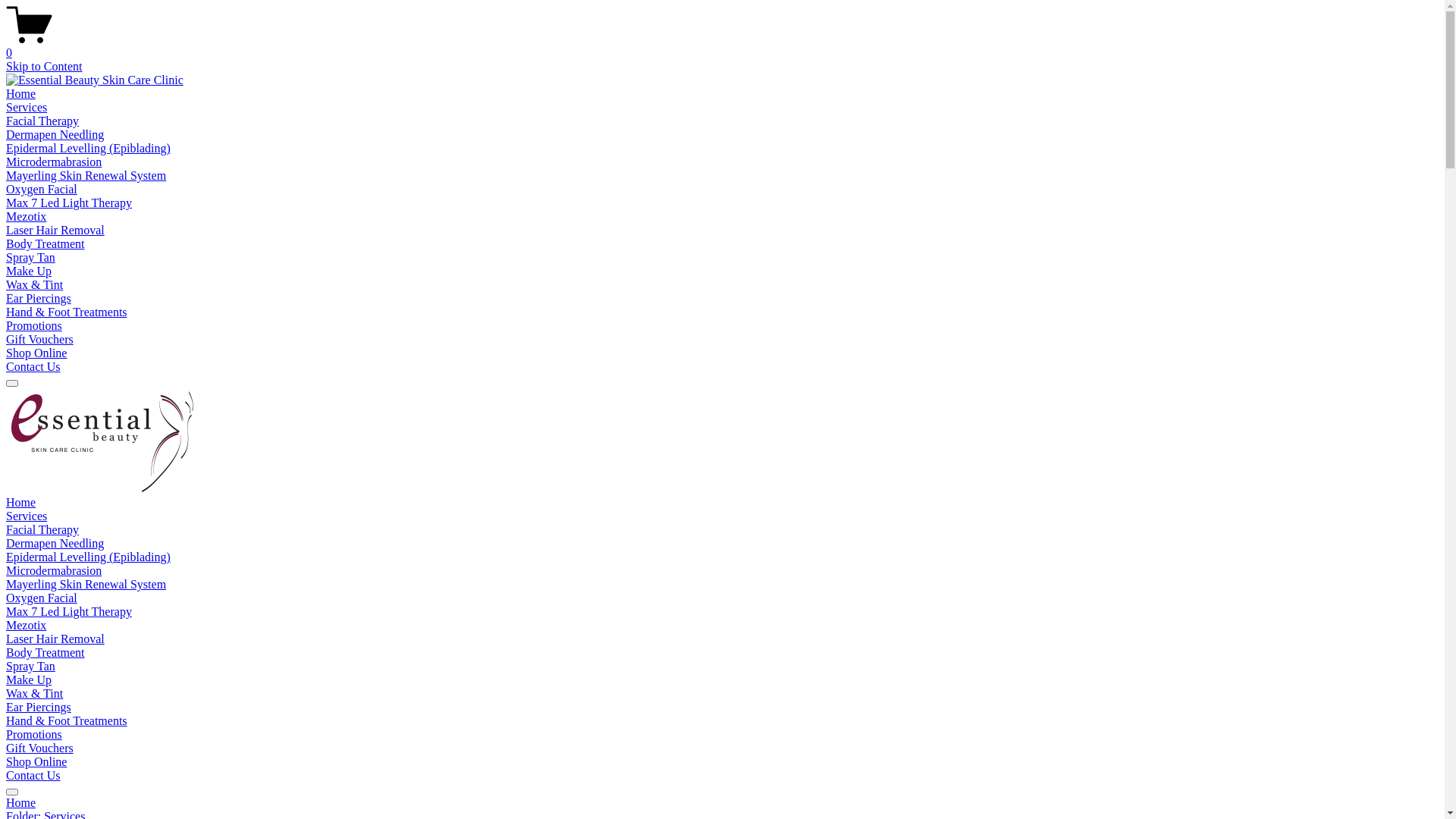 The image size is (1456, 819). I want to click on 'Contact Us', so click(33, 366).